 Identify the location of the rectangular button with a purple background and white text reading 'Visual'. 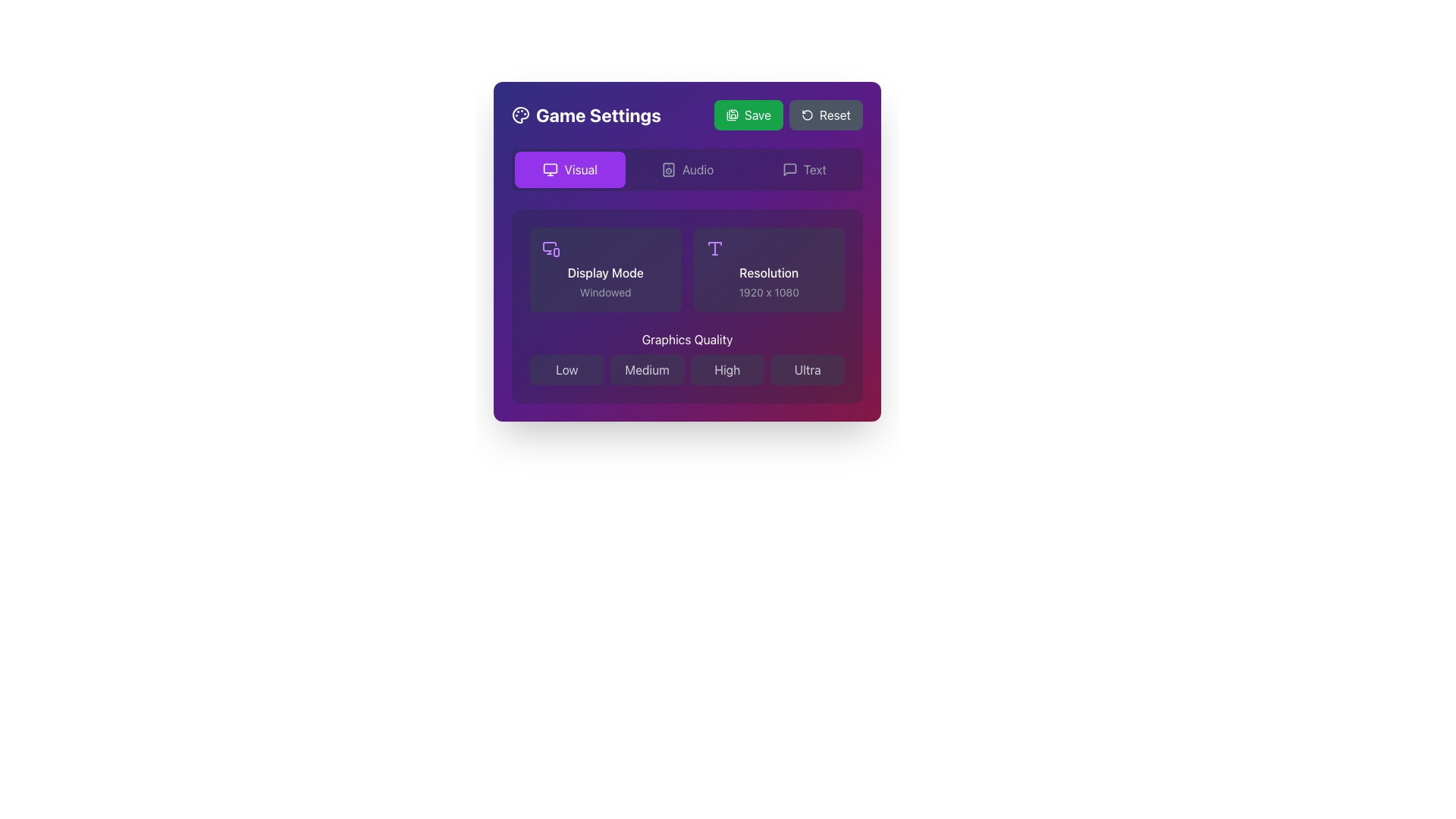
(570, 169).